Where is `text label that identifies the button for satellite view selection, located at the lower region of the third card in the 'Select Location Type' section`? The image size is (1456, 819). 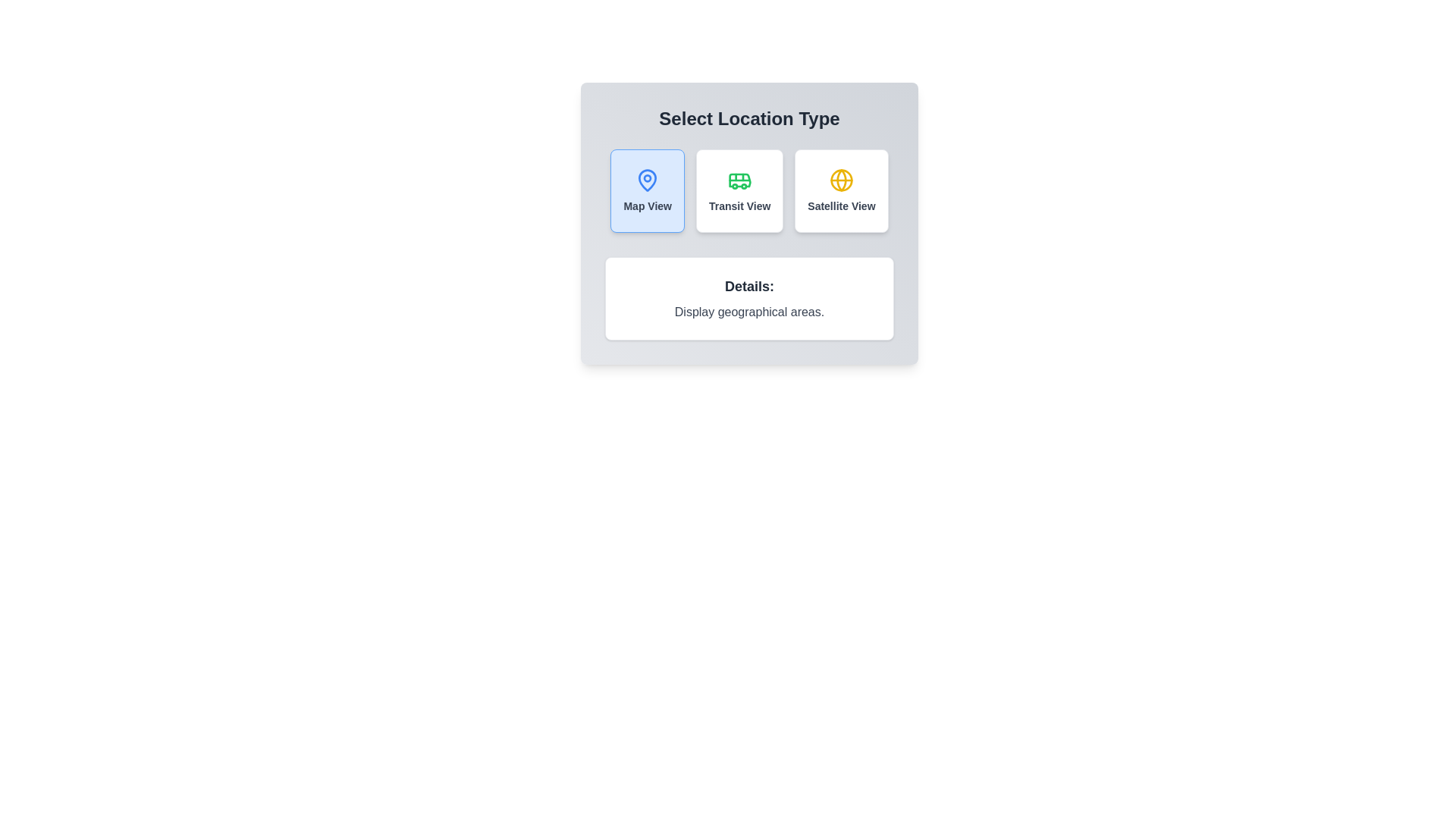 text label that identifies the button for satellite view selection, located at the lower region of the third card in the 'Select Location Type' section is located at coordinates (840, 206).